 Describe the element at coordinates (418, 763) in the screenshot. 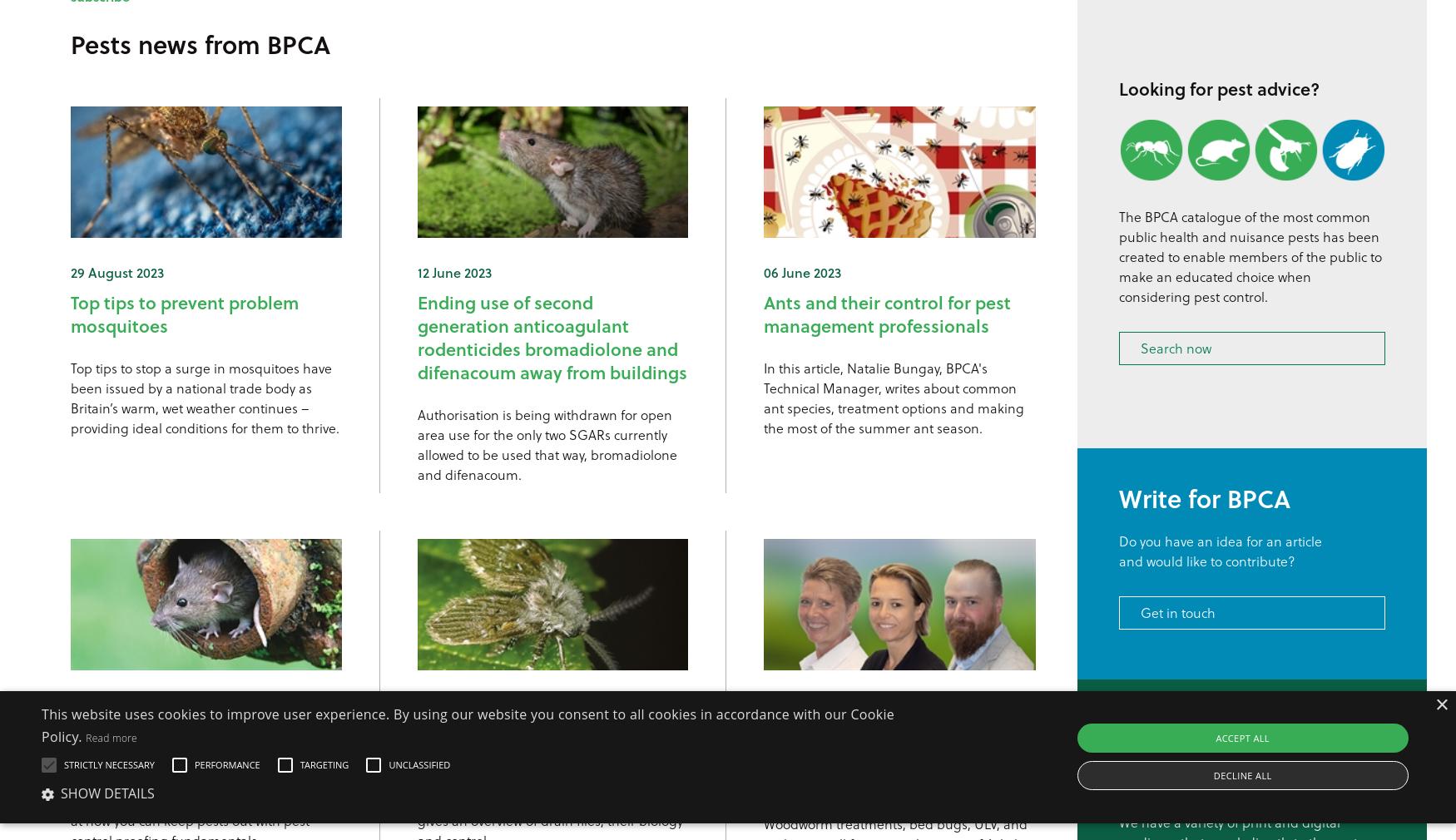

I see `'Unclassified'` at that location.